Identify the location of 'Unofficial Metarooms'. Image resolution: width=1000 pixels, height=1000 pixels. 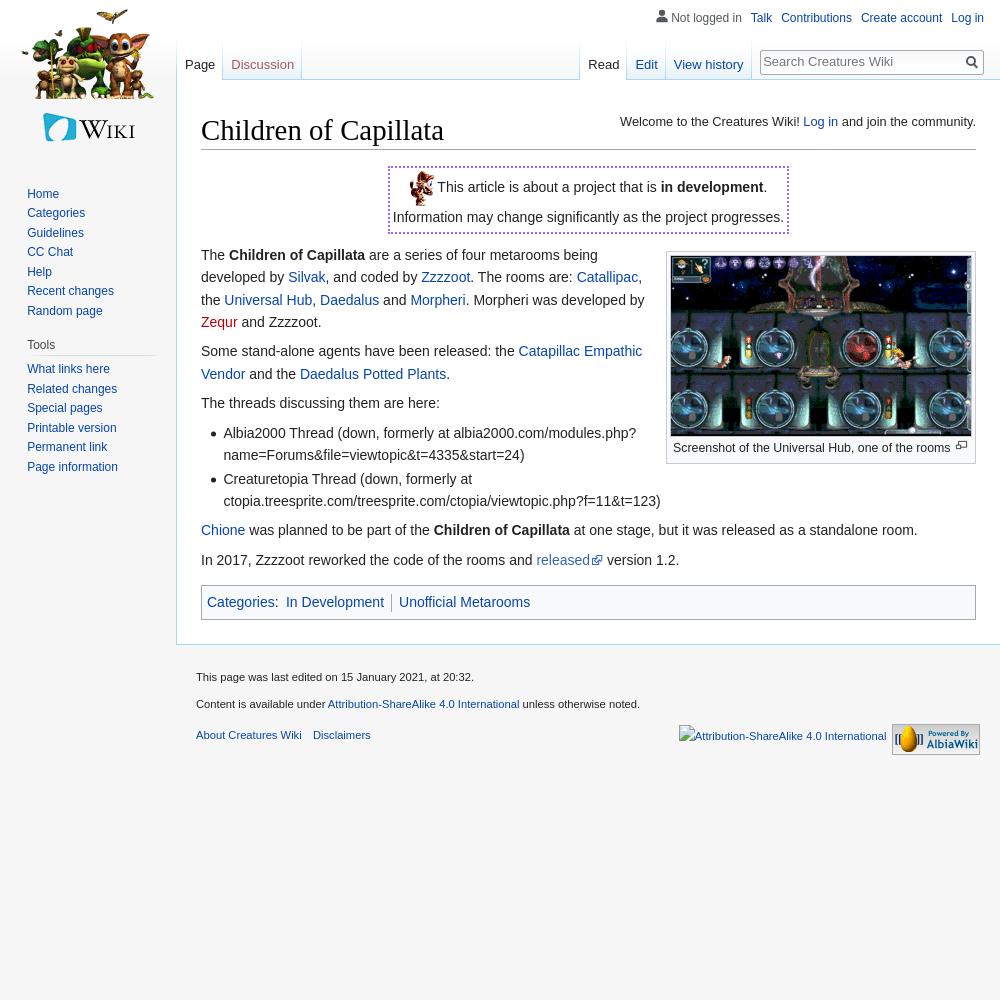
(399, 601).